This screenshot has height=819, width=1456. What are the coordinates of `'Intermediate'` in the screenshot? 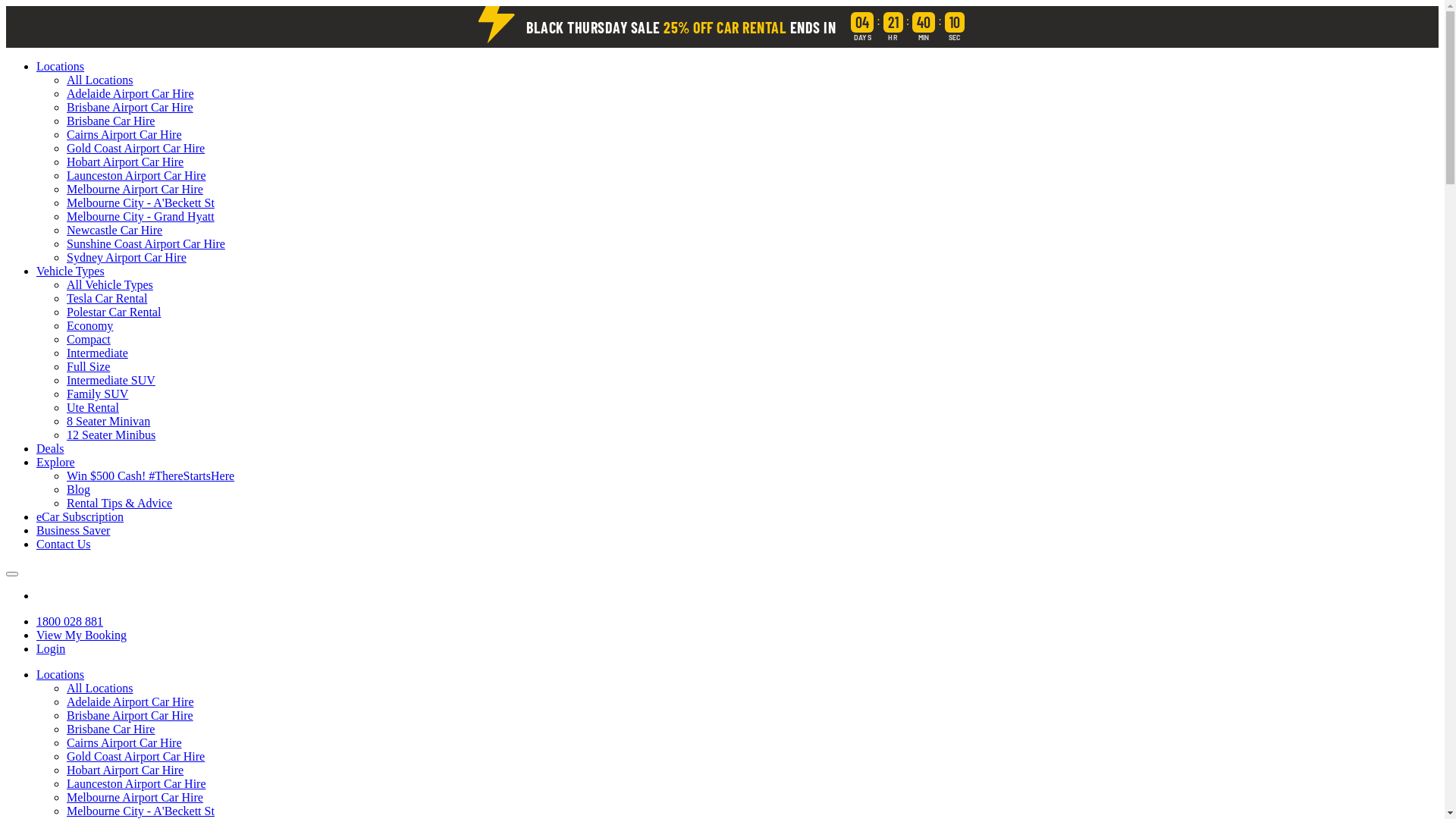 It's located at (96, 353).